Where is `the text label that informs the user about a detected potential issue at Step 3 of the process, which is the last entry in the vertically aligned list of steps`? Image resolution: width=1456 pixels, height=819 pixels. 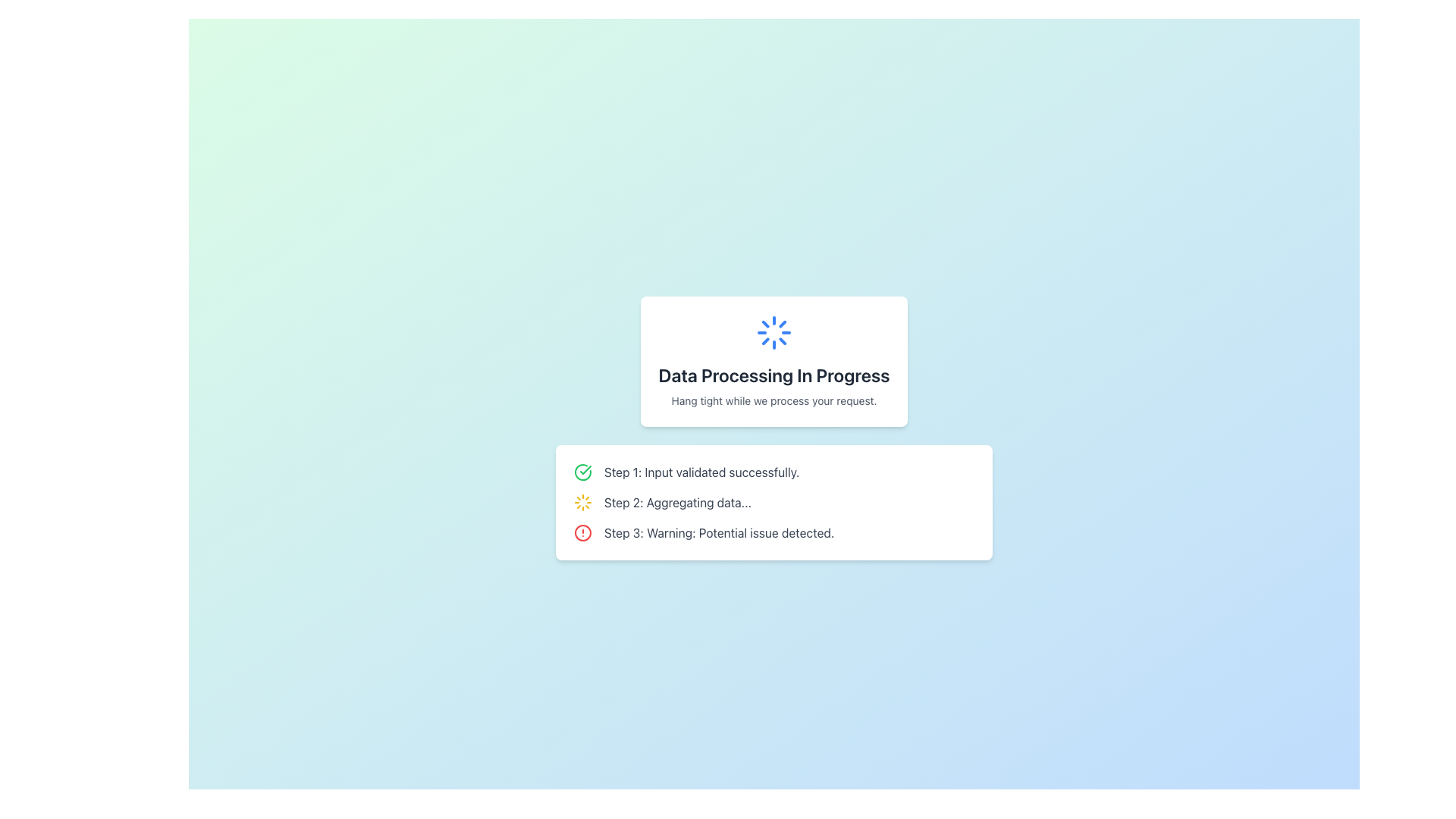 the text label that informs the user about a detected potential issue at Step 3 of the process, which is the last entry in the vertically aligned list of steps is located at coordinates (718, 532).